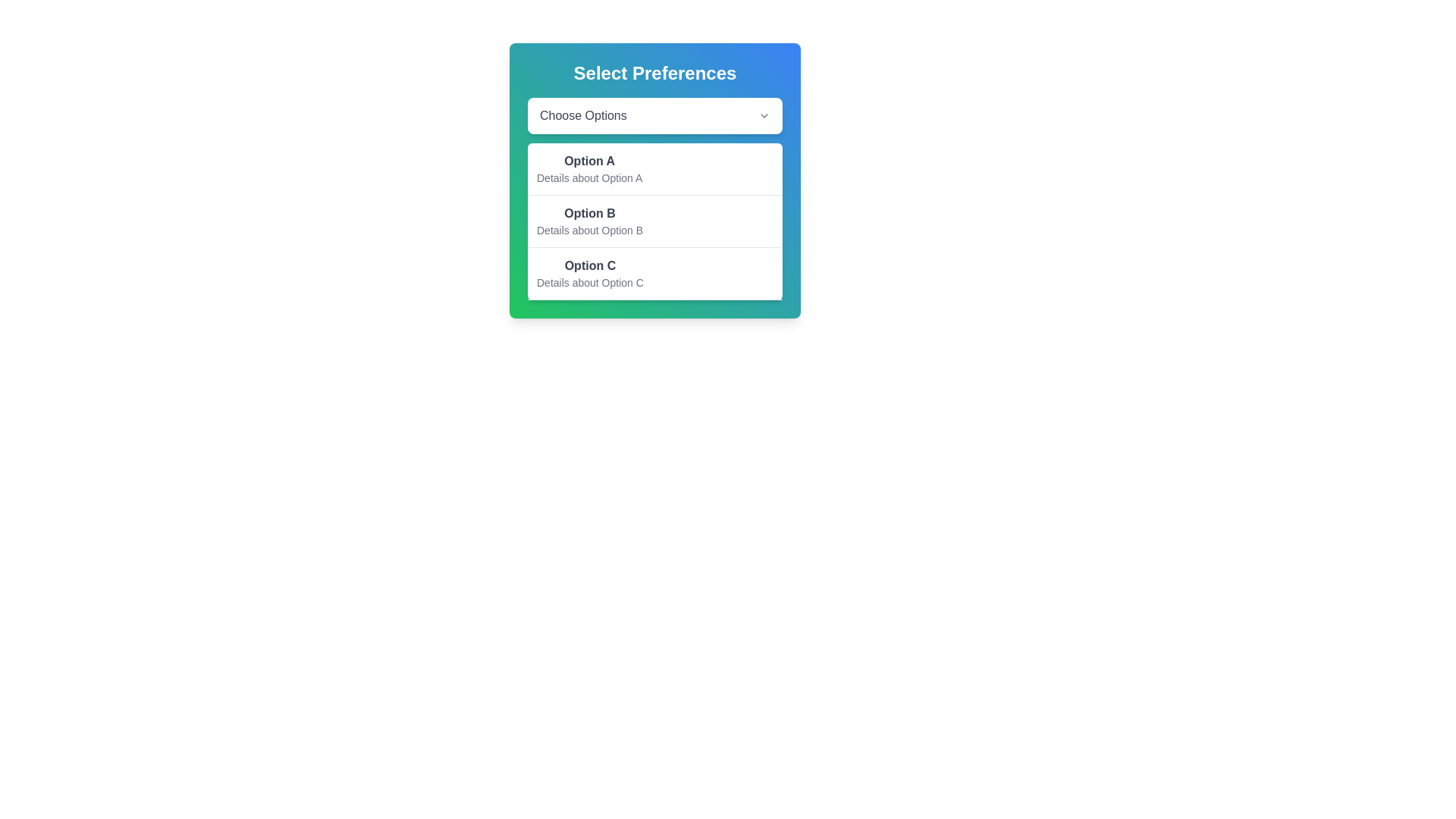  I want to click on the second option 'Option B' in the dropdown list titled 'Select Preferences', so click(588, 221).